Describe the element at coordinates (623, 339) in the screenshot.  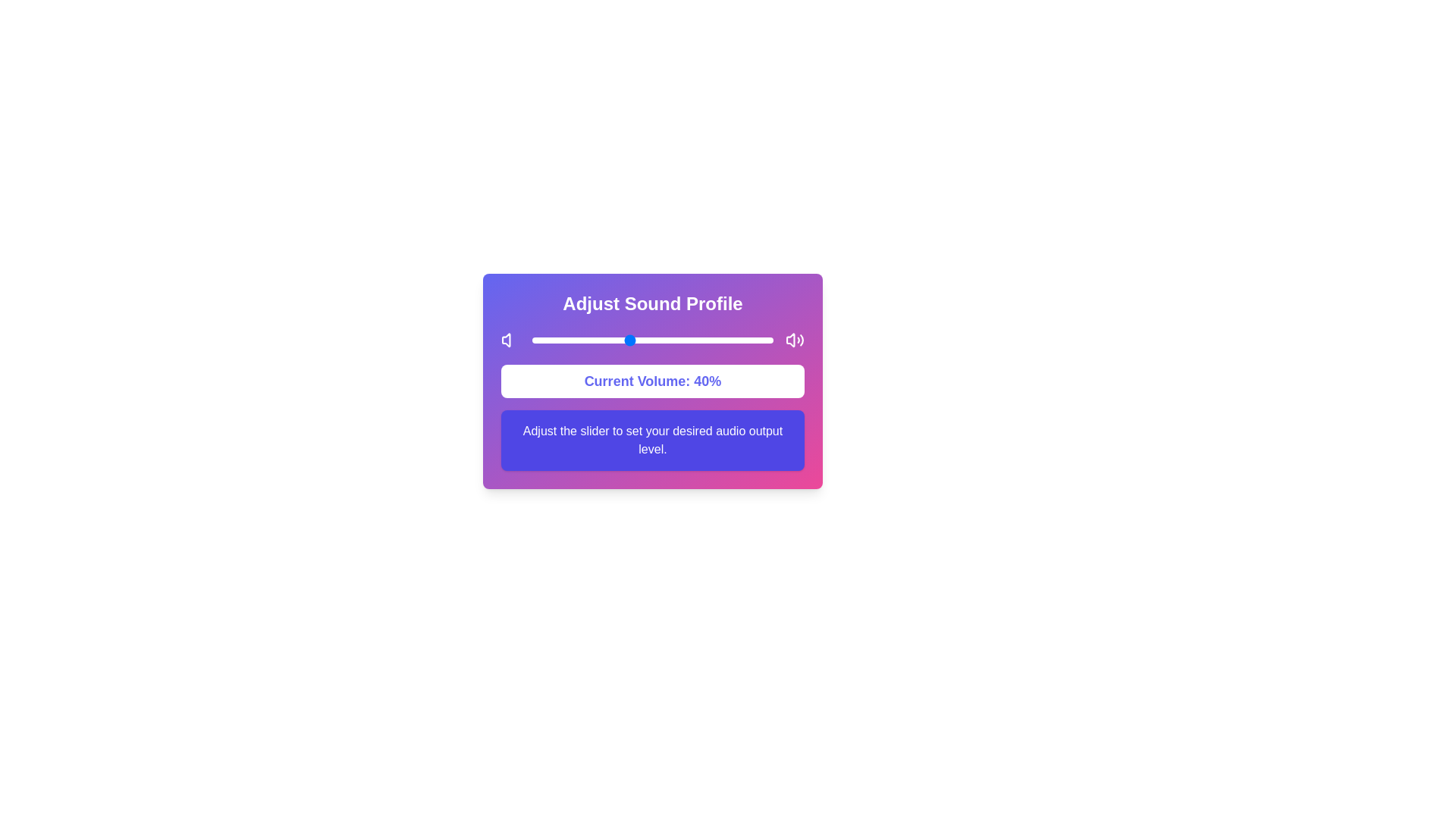
I see `the slider to set the sound level to 38` at that location.